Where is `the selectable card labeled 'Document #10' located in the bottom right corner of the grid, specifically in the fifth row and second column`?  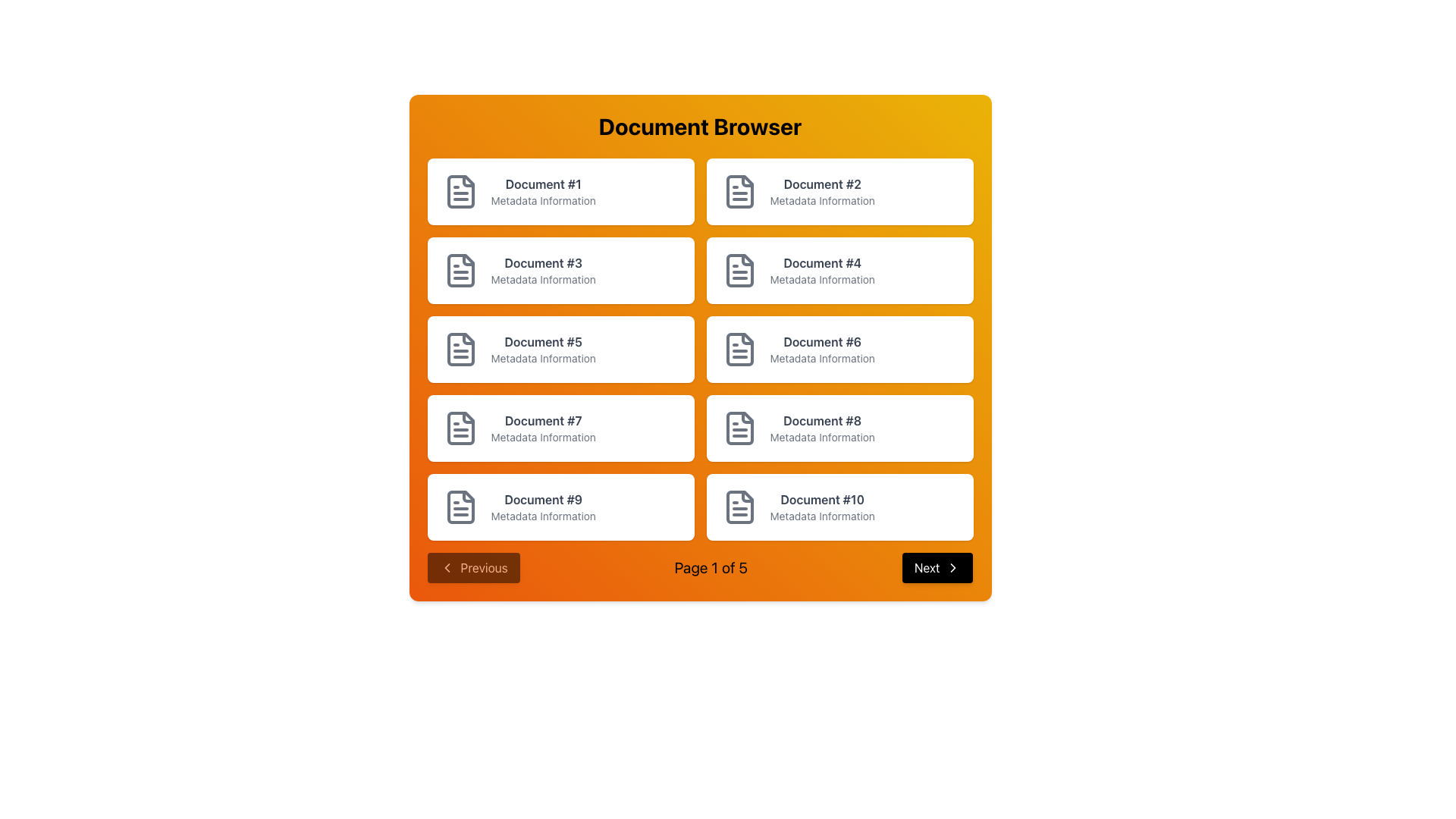 the selectable card labeled 'Document #10' located in the bottom right corner of the grid, specifically in the fifth row and second column is located at coordinates (839, 507).